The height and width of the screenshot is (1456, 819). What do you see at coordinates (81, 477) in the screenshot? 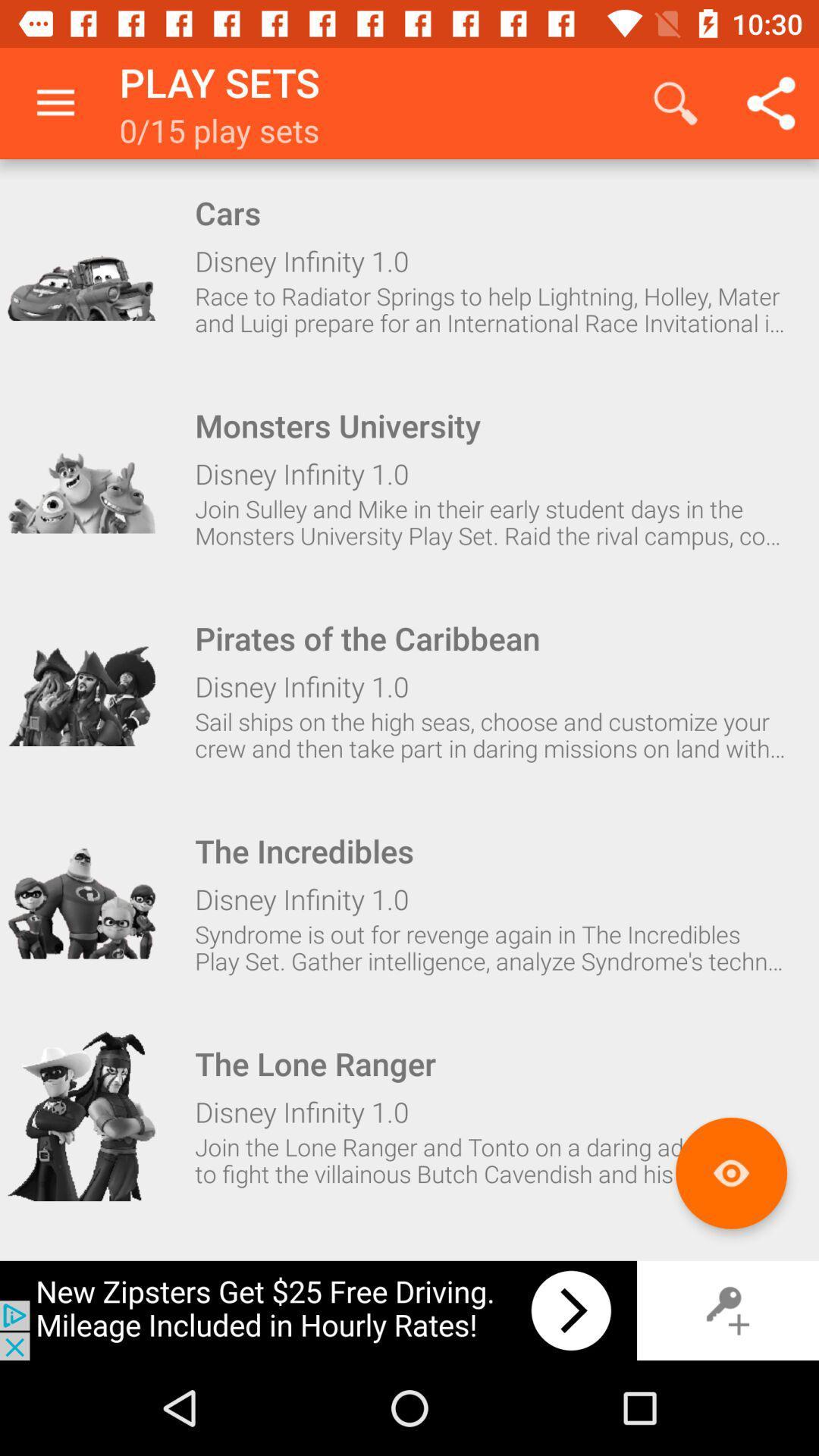
I see `follow` at bounding box center [81, 477].